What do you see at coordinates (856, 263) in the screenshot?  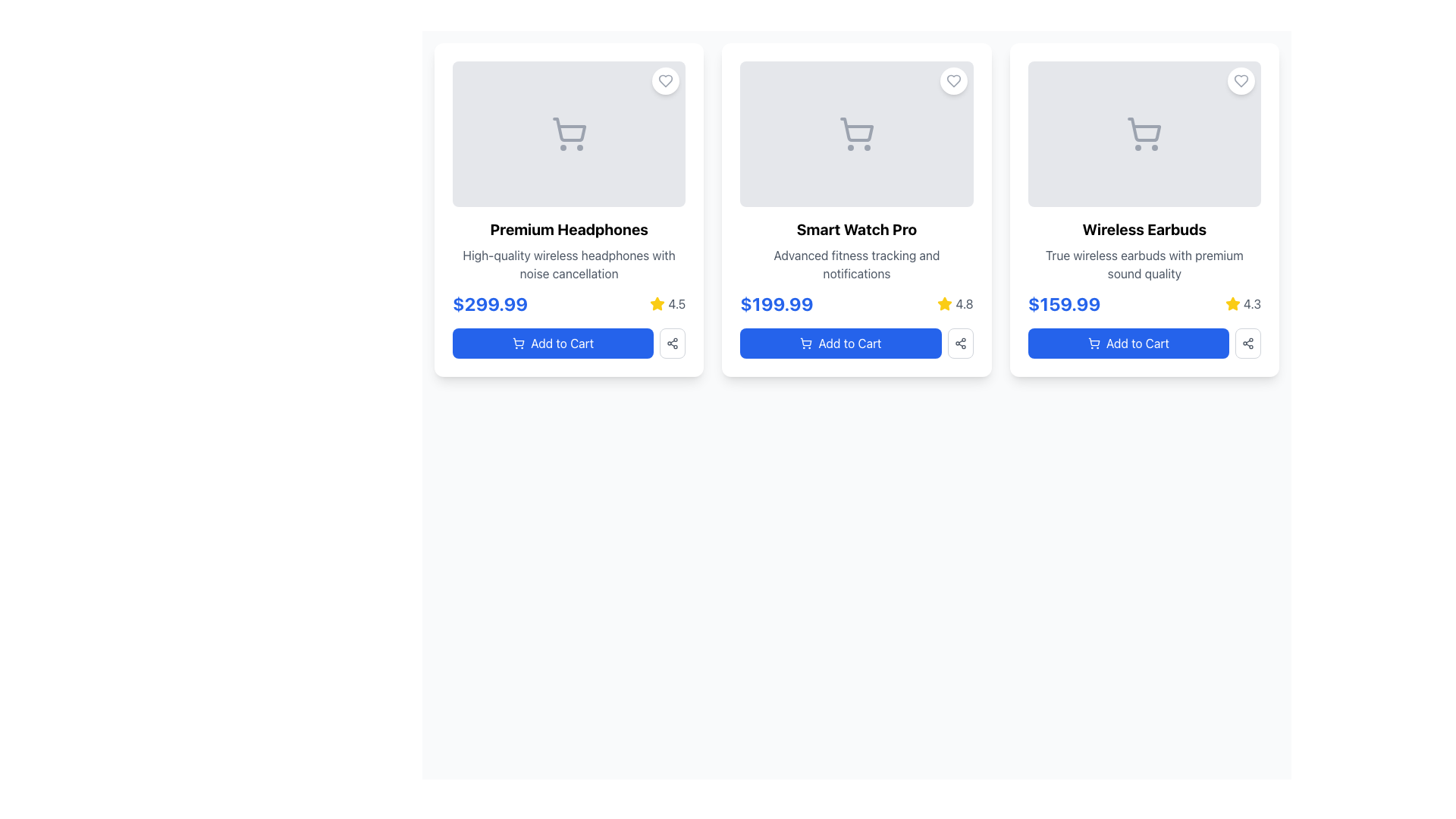 I see `the descriptive text located in the middle product card below the title 'Smart Watch Pro' and above the price section` at bounding box center [856, 263].